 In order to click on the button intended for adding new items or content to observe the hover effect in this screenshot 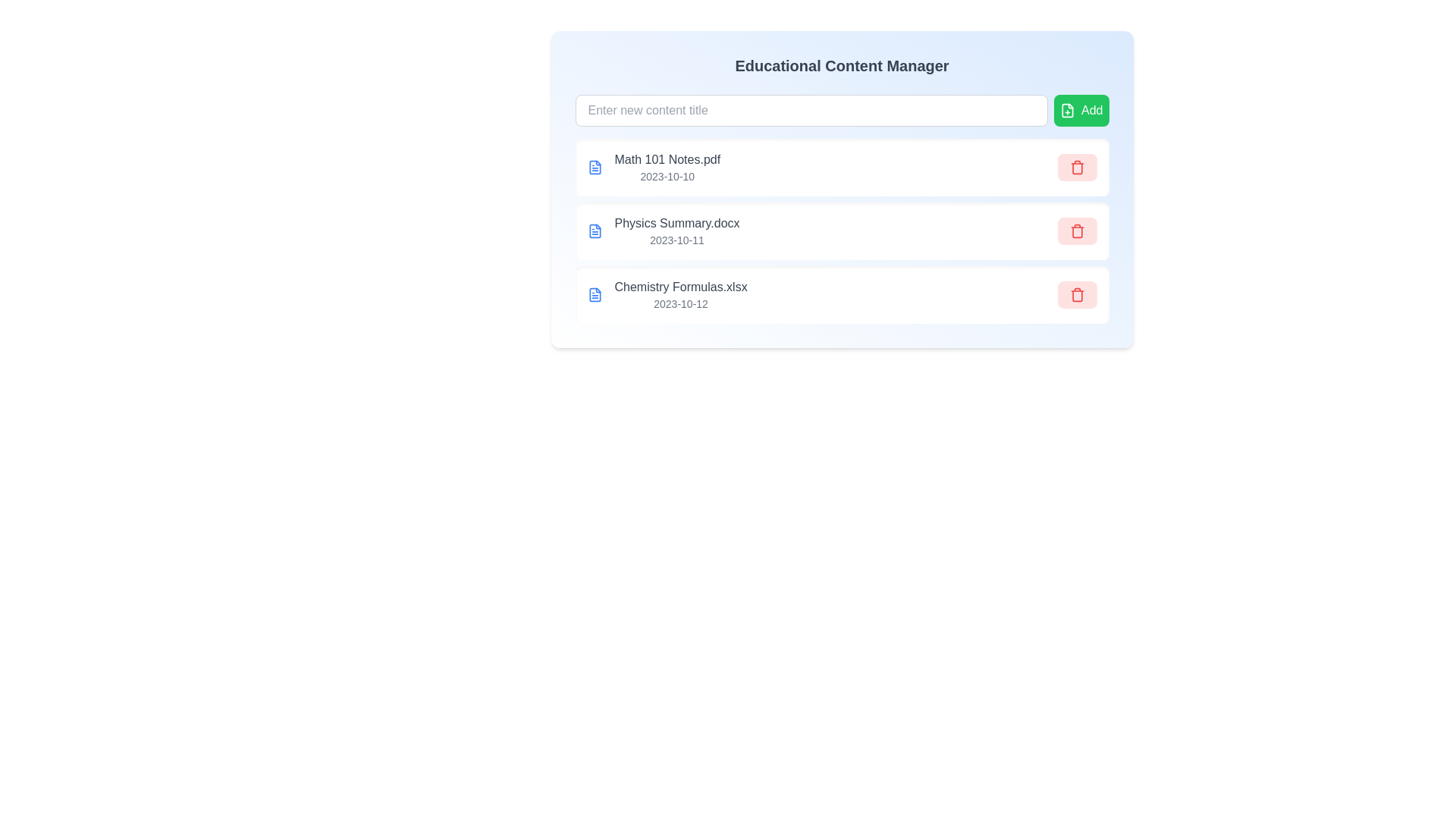, I will do `click(1081, 110)`.